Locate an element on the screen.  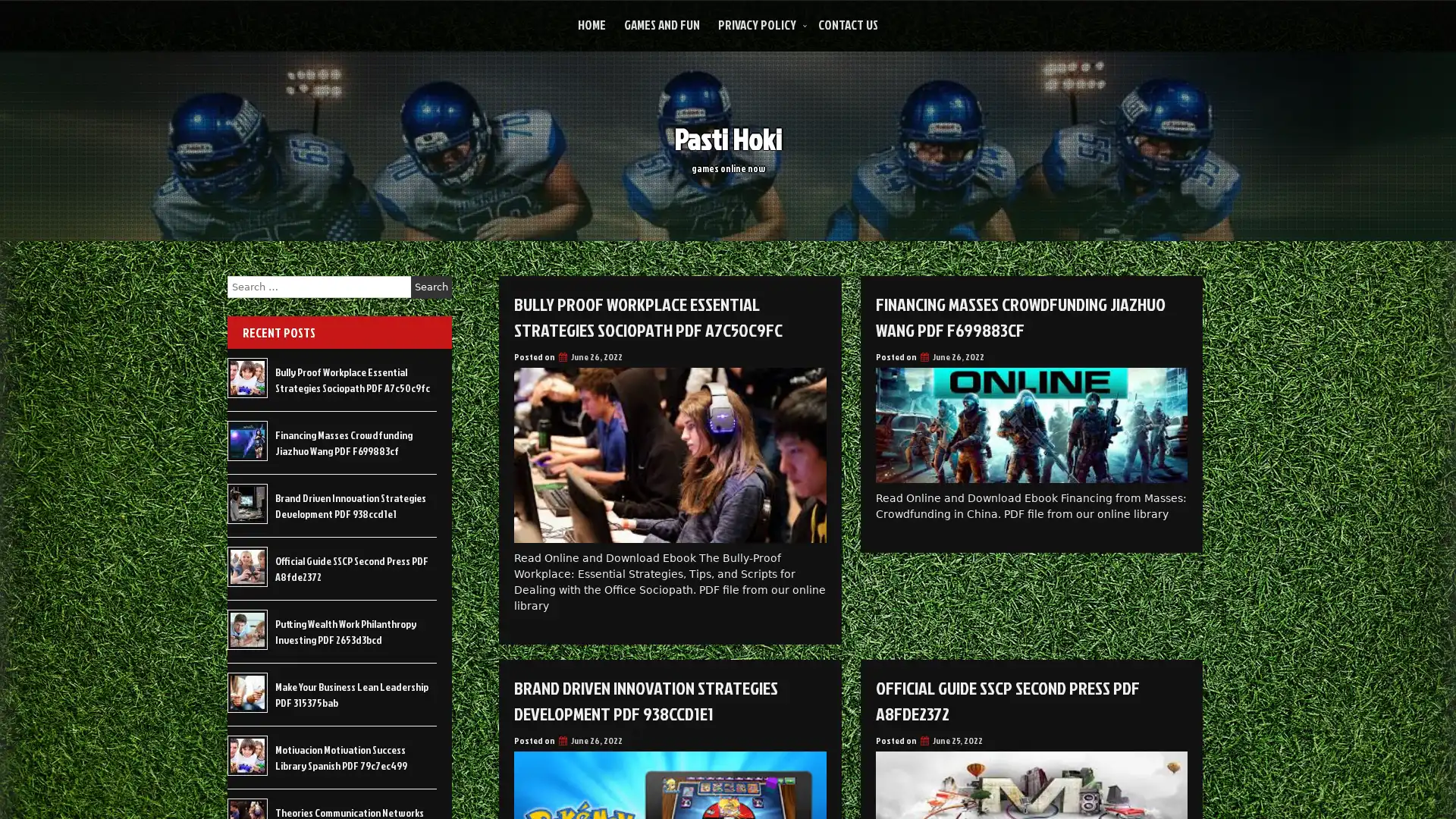
Search is located at coordinates (431, 287).